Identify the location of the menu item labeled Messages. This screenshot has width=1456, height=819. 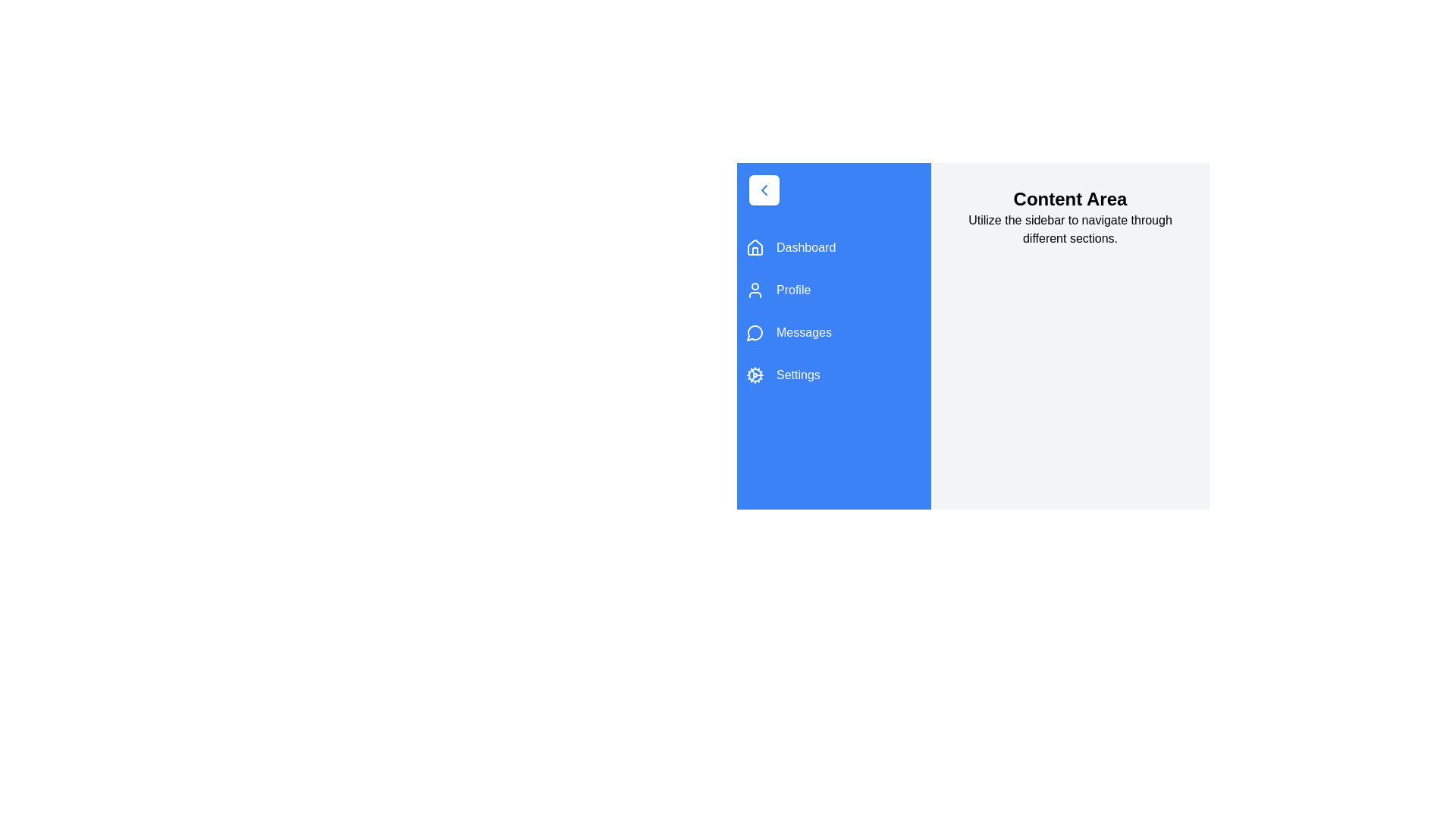
(833, 332).